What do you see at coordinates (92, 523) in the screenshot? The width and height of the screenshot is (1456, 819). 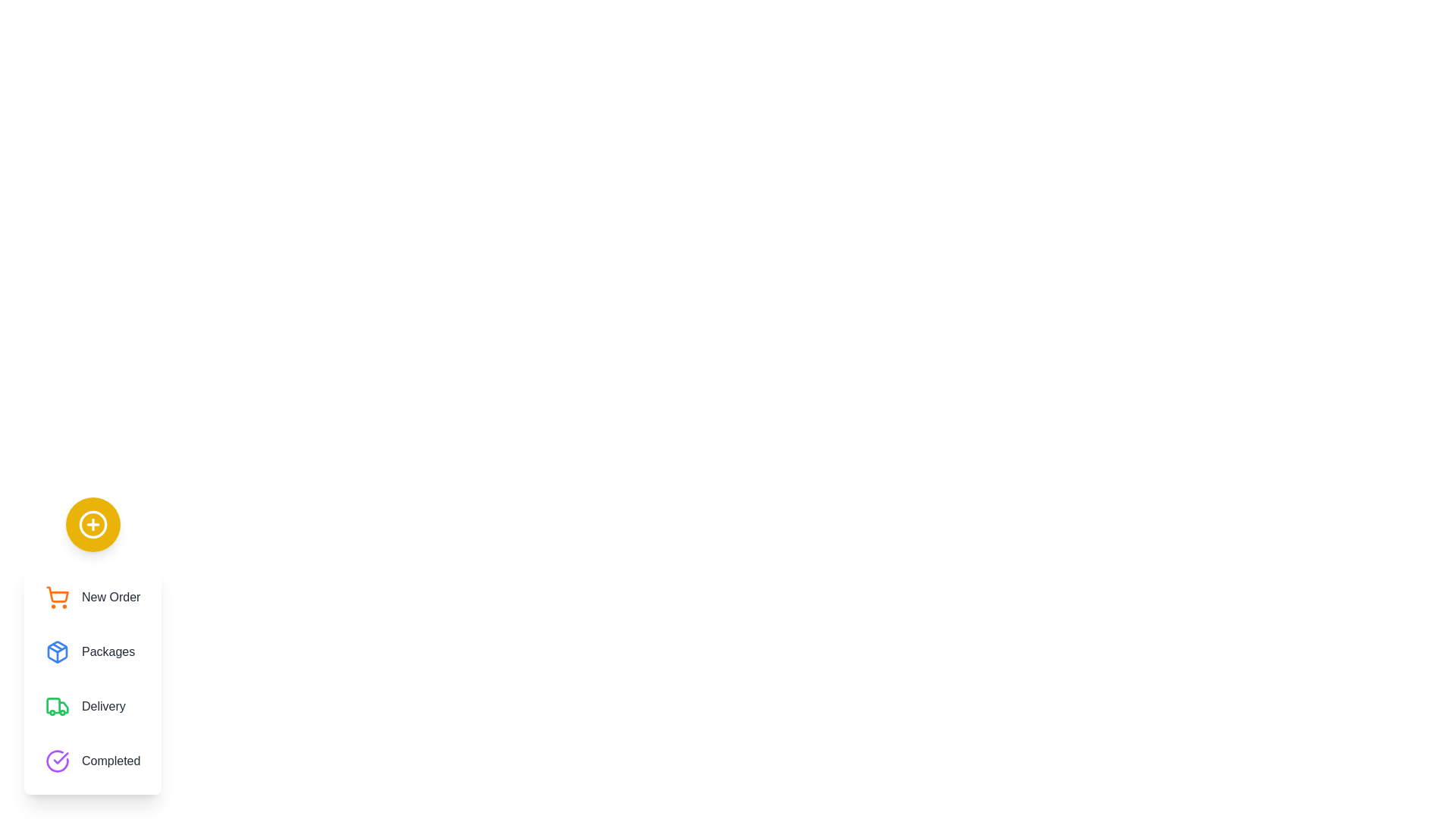 I see `the floating action button to toggle the menu` at bounding box center [92, 523].